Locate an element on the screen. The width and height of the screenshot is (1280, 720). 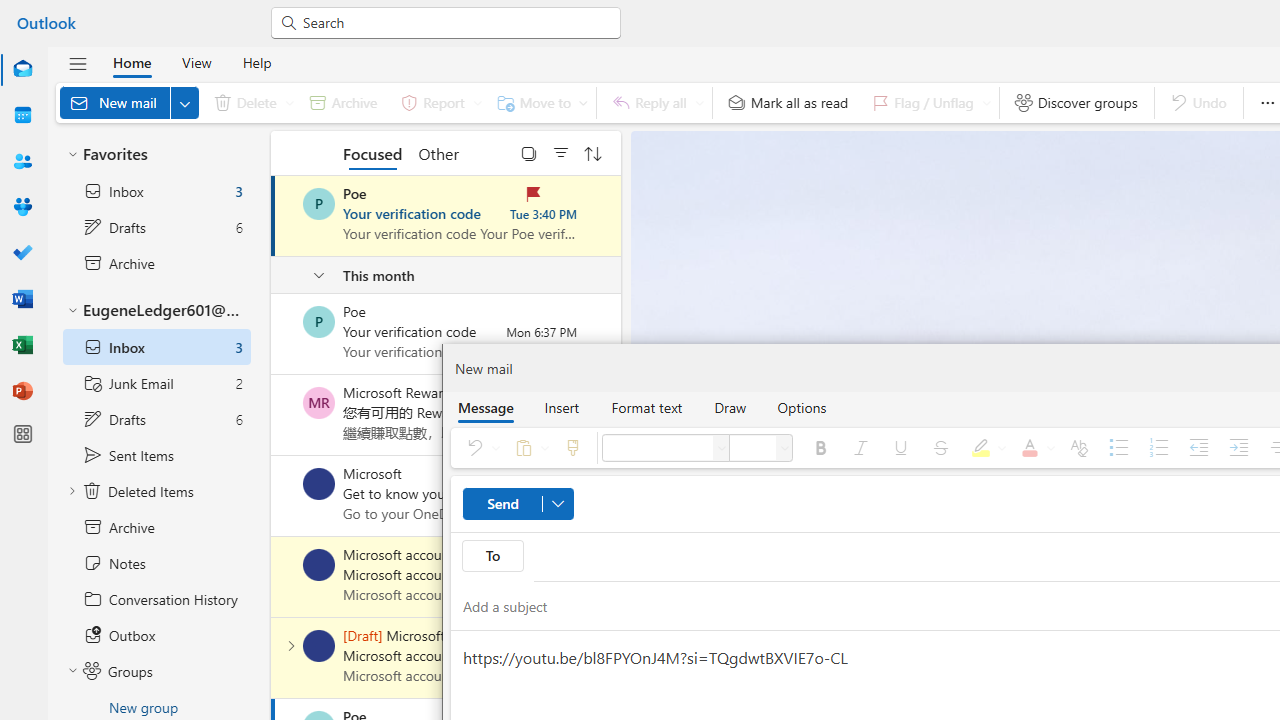
'Format text' is located at coordinates (647, 406).